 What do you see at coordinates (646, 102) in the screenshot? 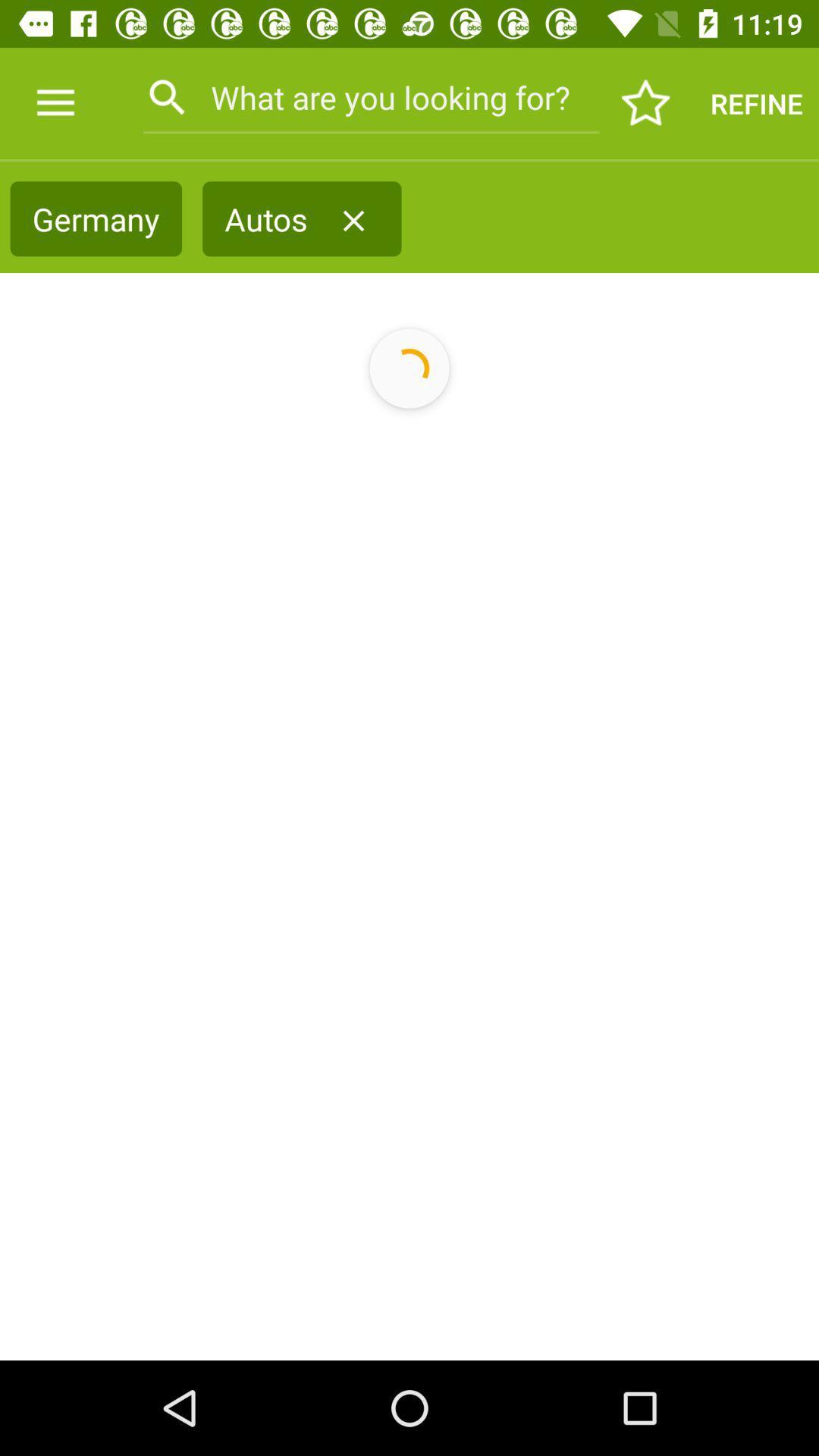
I see `icon to the right of the what are you icon` at bounding box center [646, 102].